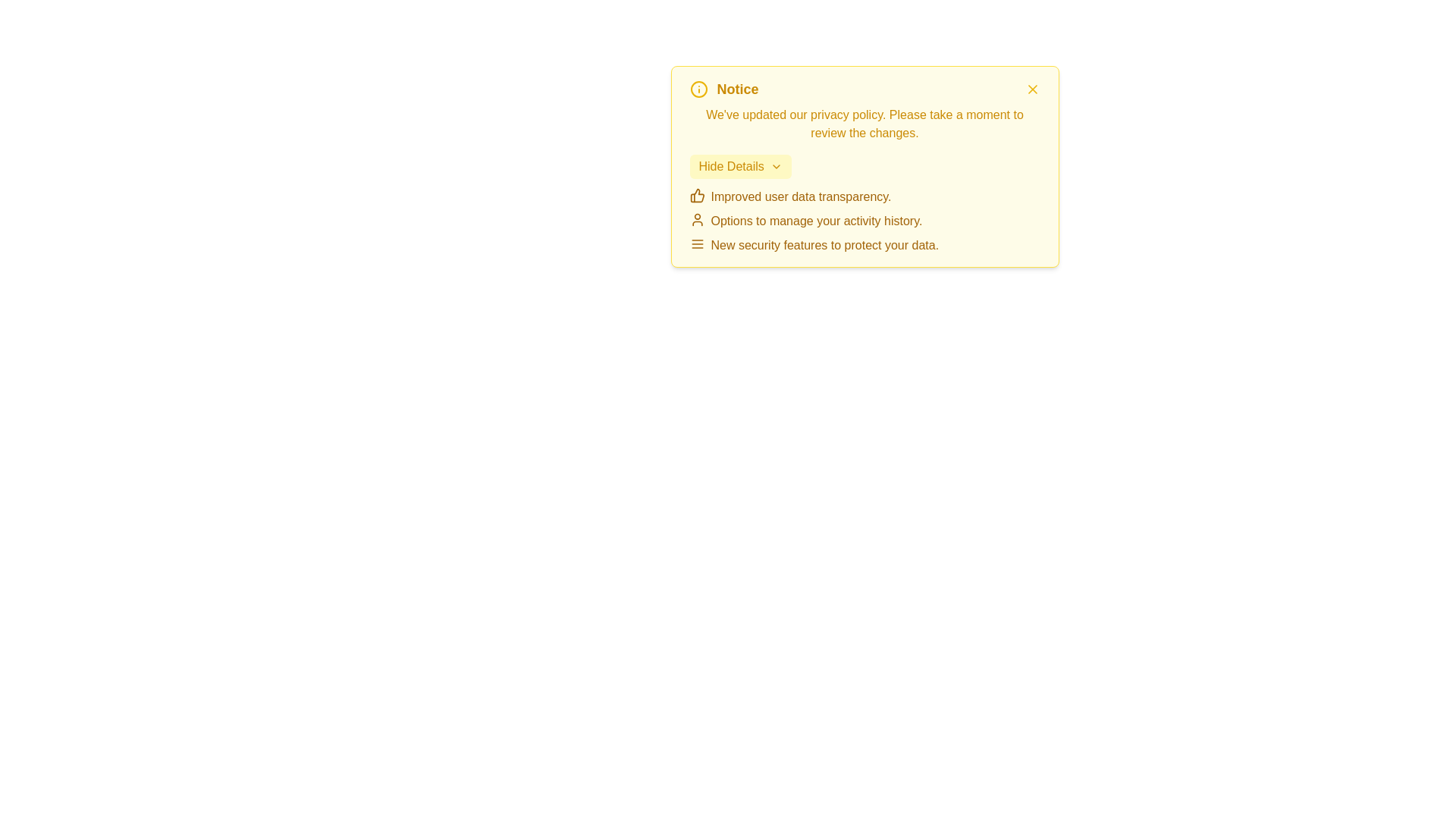 The image size is (1456, 819). Describe the element at coordinates (824, 245) in the screenshot. I see `message from the third text label under the notice box that notifies users about new security features` at that location.